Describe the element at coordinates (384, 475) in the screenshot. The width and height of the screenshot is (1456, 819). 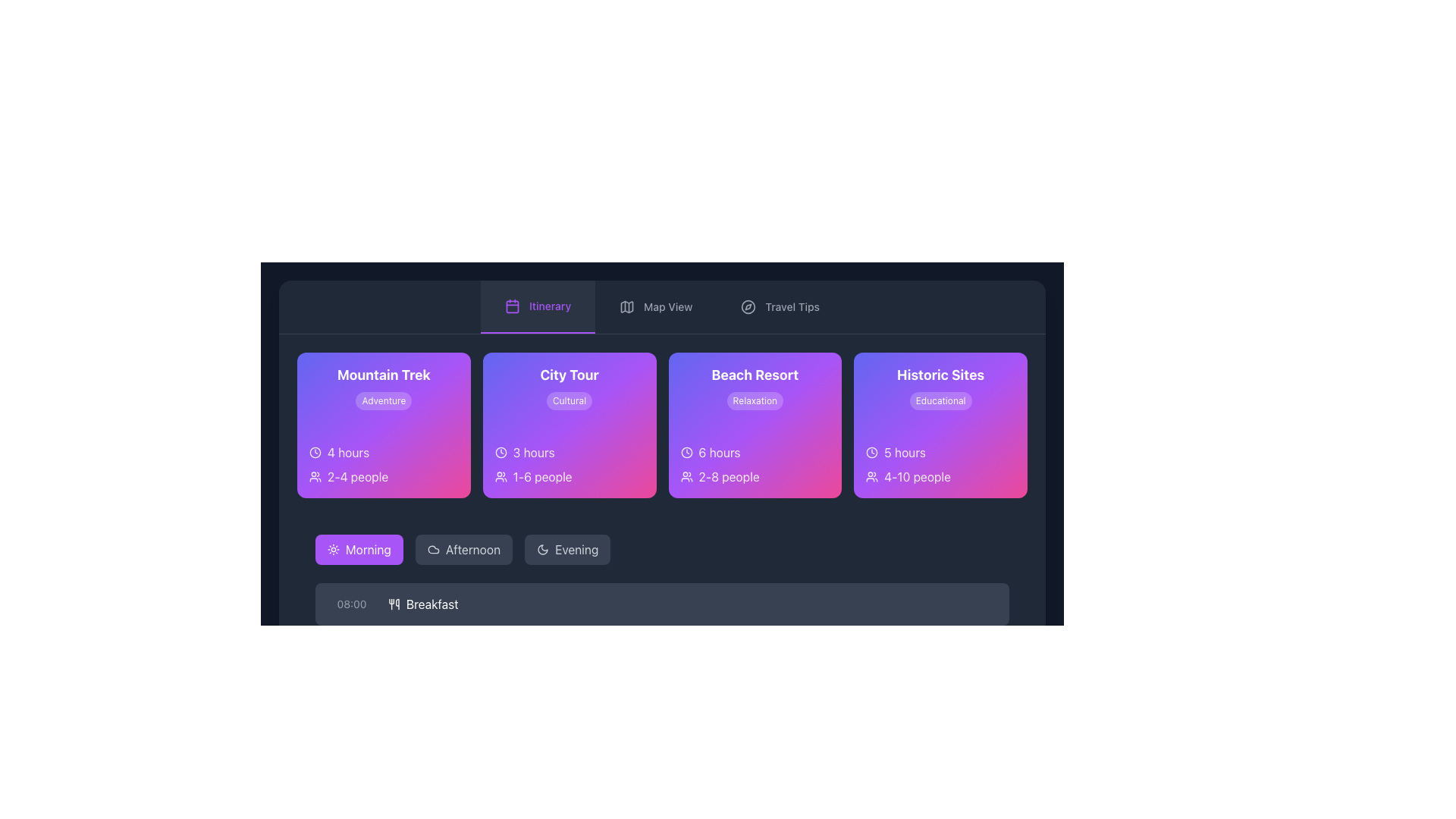
I see `the '2-4 people' text label with icon located at the bottom of the 'Mountain Trek' card, which displays the number of participants` at that location.